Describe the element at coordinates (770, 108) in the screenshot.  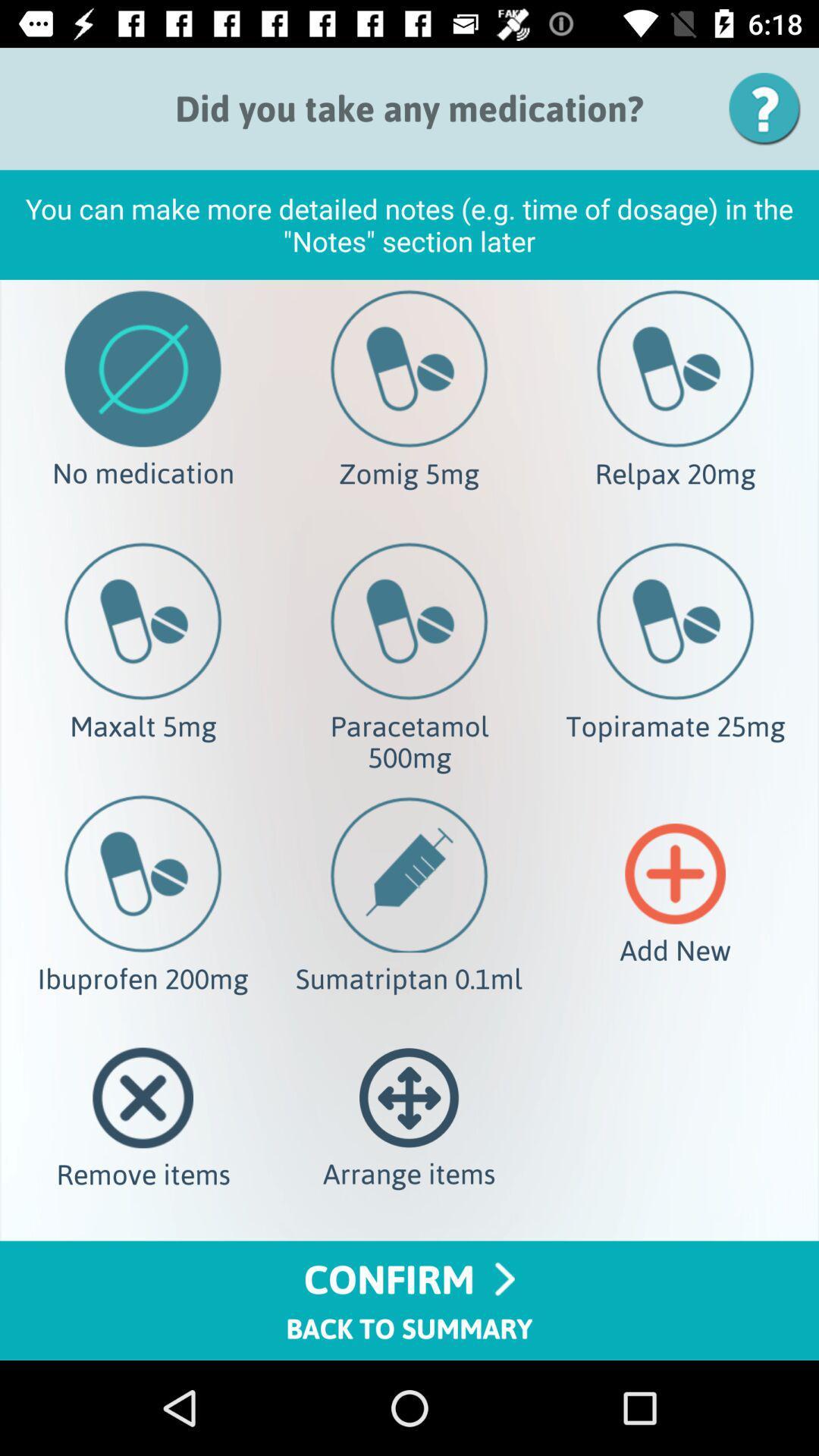
I see `more clarification about taking medication` at that location.